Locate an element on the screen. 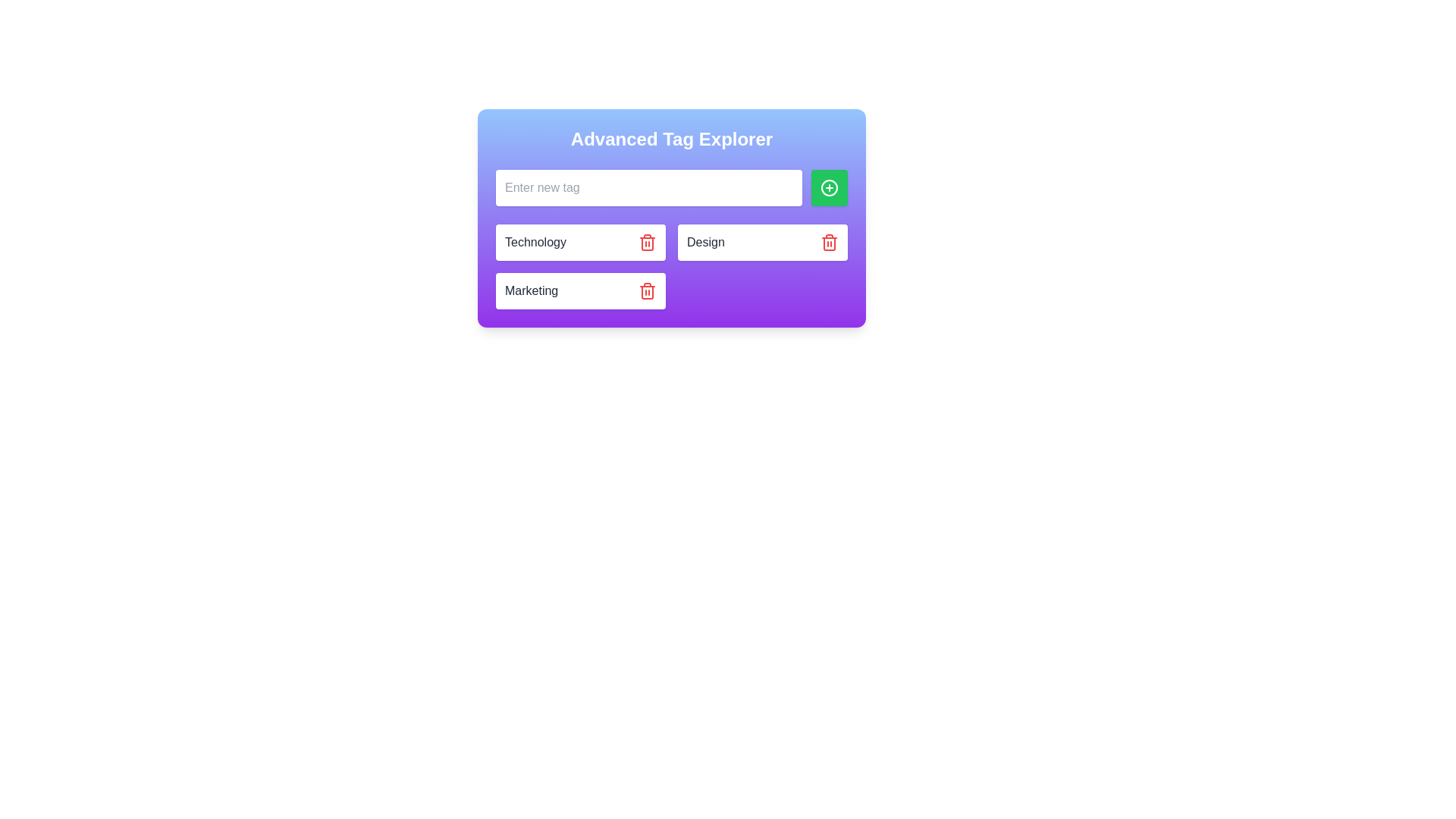  the 'Design' text label, which is displayed in dark gray or black within a rectangular box that has a white background and rounded corners, located in the middle of a vertical list of similar elements is located at coordinates (704, 242).